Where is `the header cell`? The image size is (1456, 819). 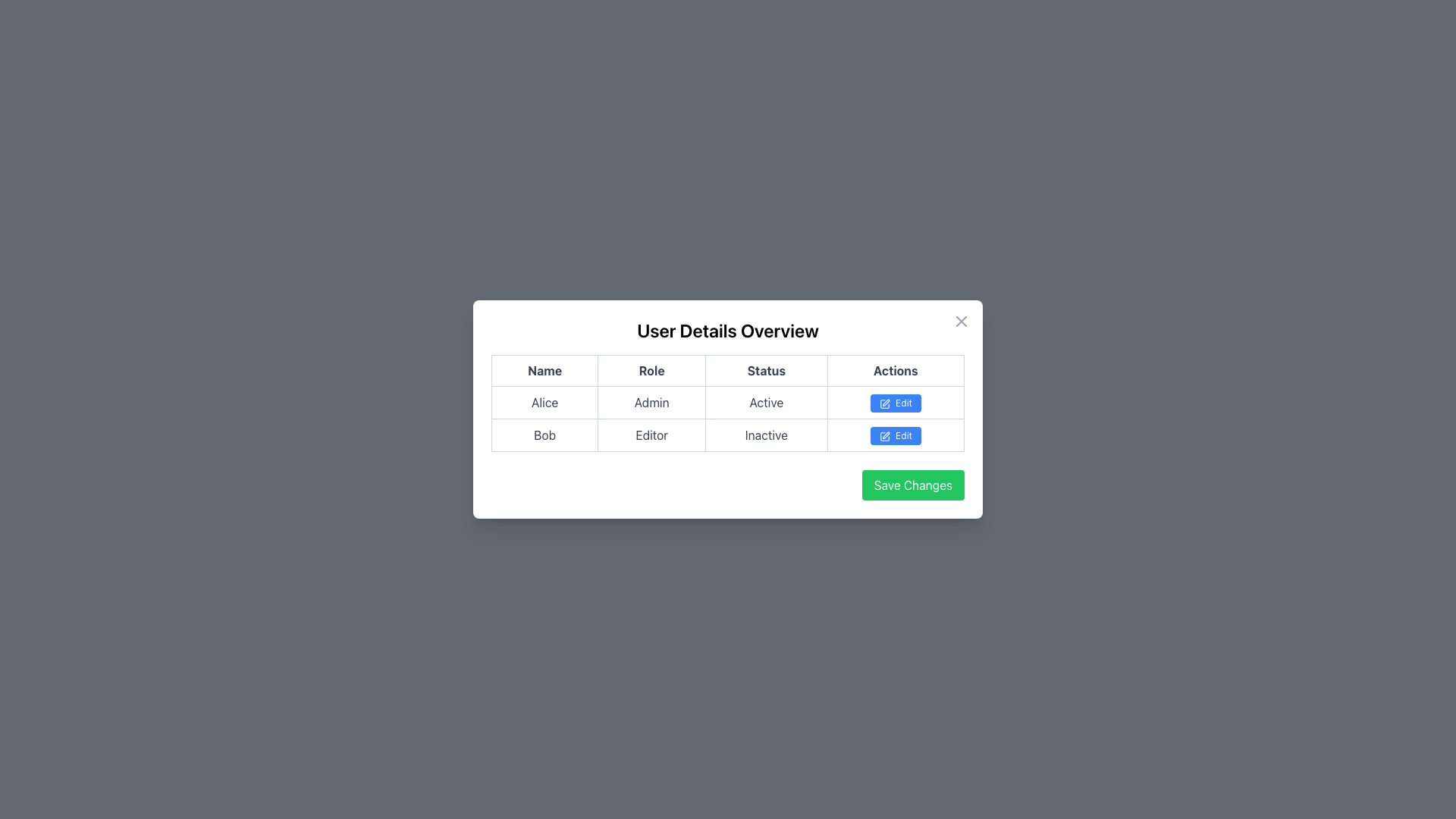 the header cell is located at coordinates (544, 371).